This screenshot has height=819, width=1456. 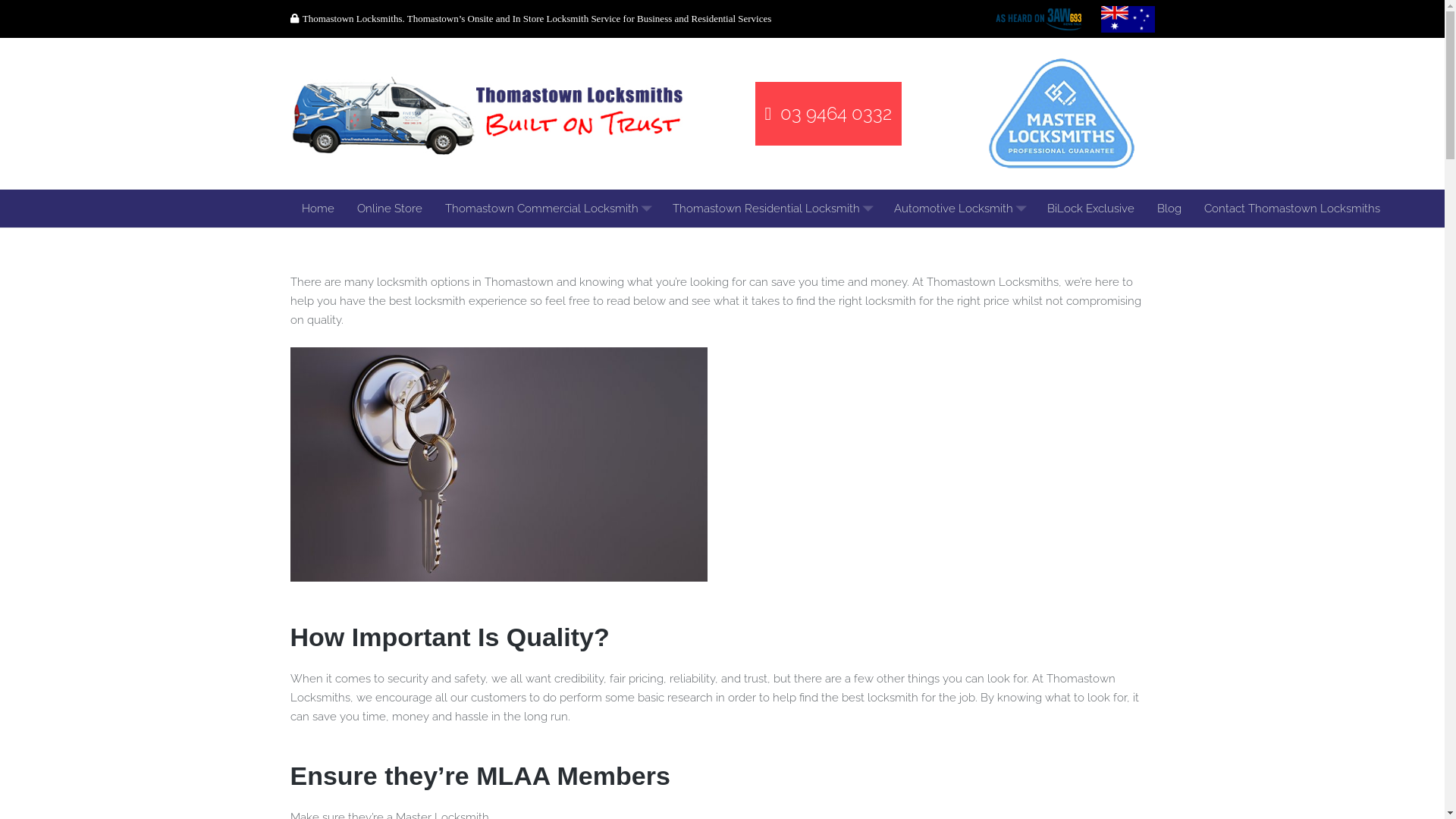 I want to click on '03 9464 0332', so click(x=828, y=113).